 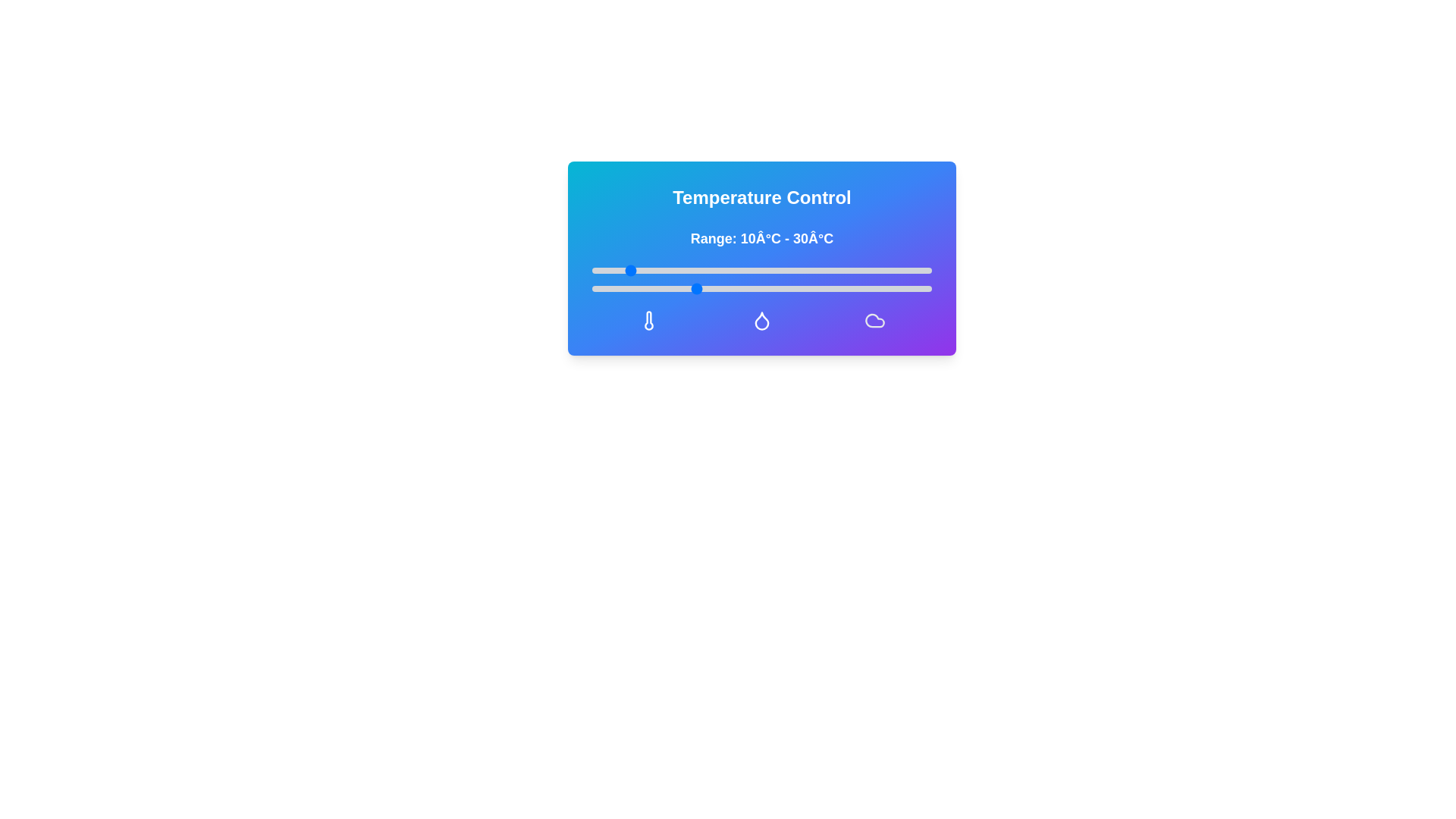 I want to click on the temperature, so click(x=864, y=270).